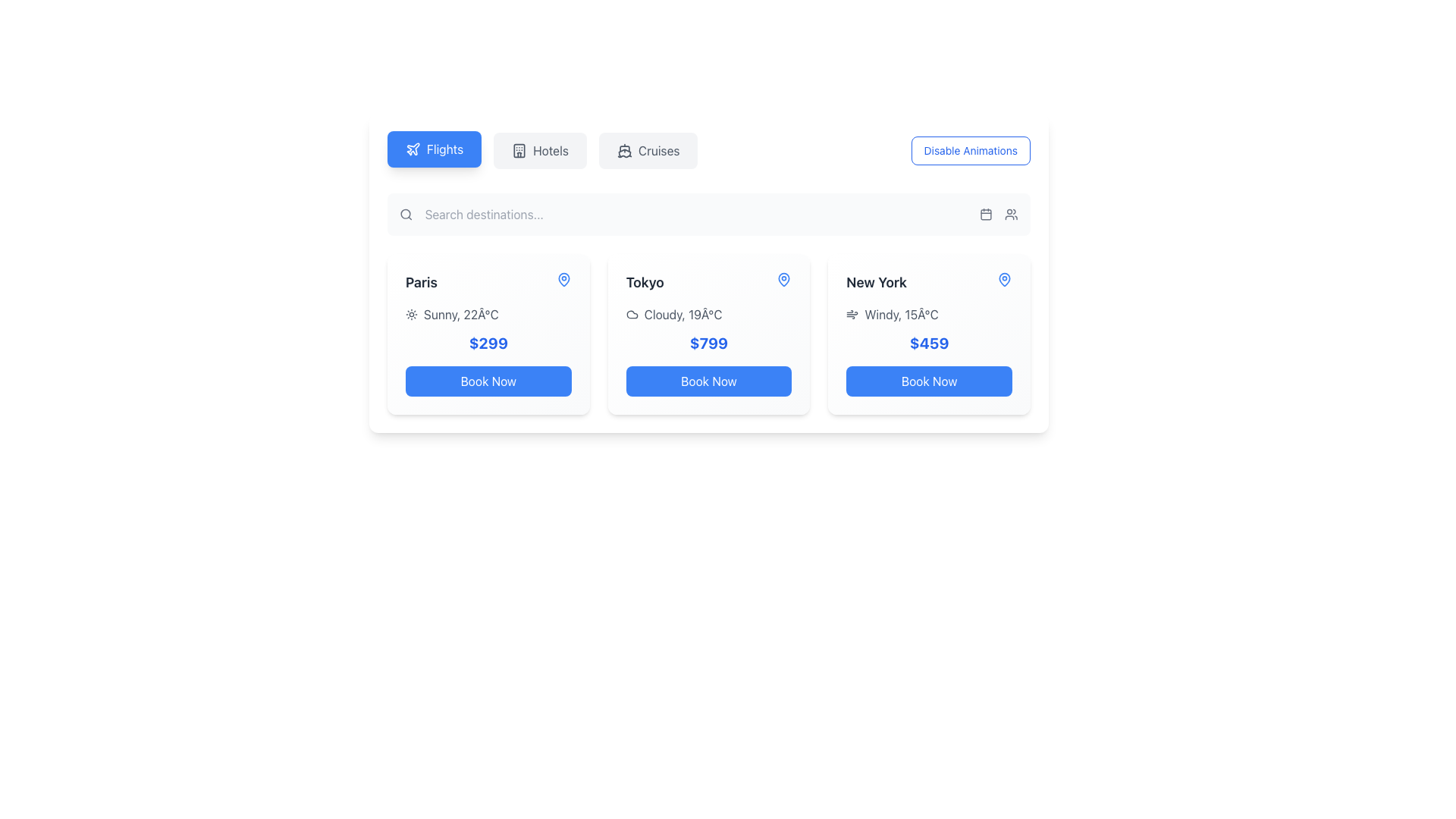 This screenshot has width=1456, height=819. Describe the element at coordinates (708, 314) in the screenshot. I see `the weather display component showing 'Cloudy, 19Â°C' with a cloud icon, located in the Tokyo section above the '$799' price text` at that location.